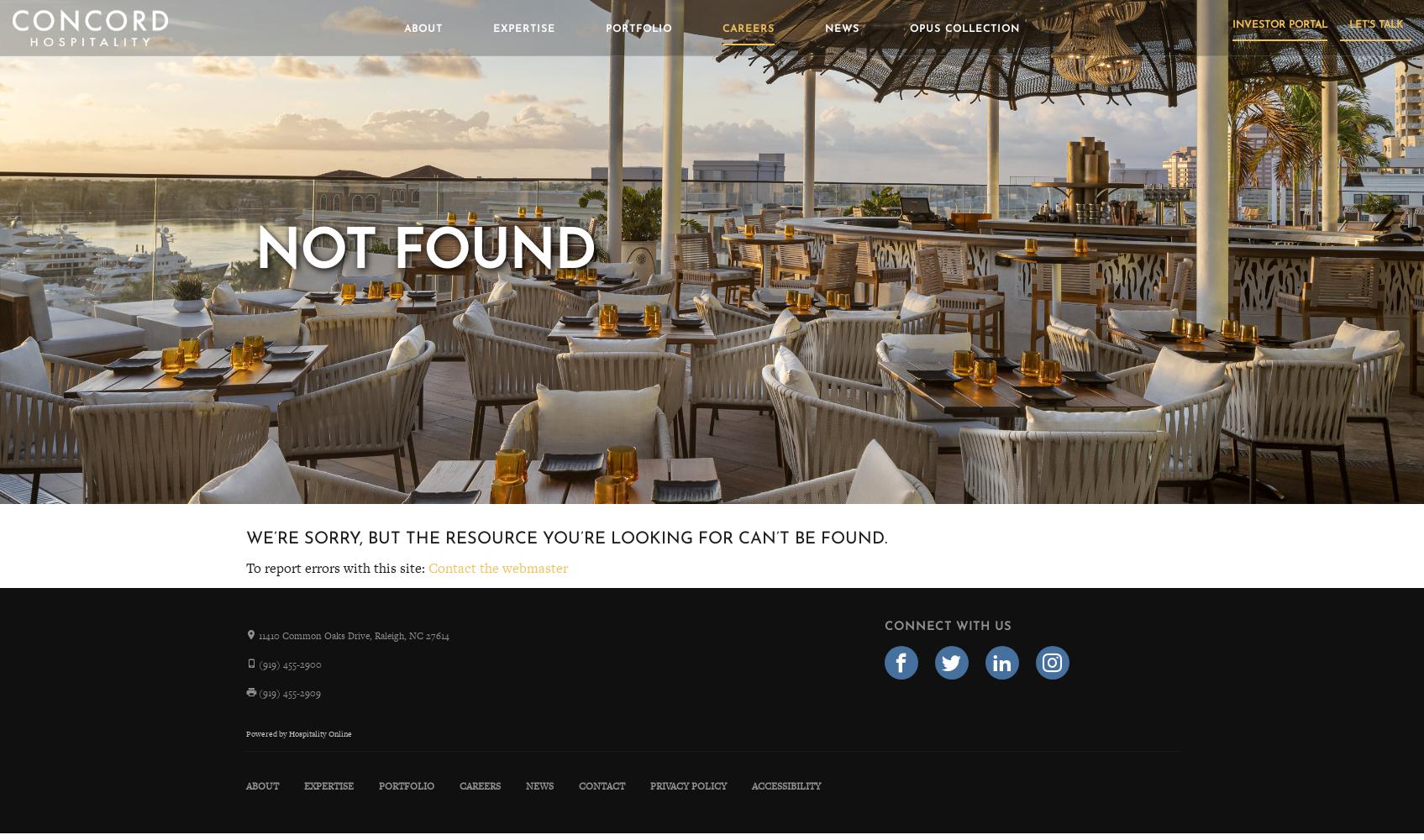 This screenshot has height=840, width=1424. I want to click on 'Opus Collection', so click(964, 29).